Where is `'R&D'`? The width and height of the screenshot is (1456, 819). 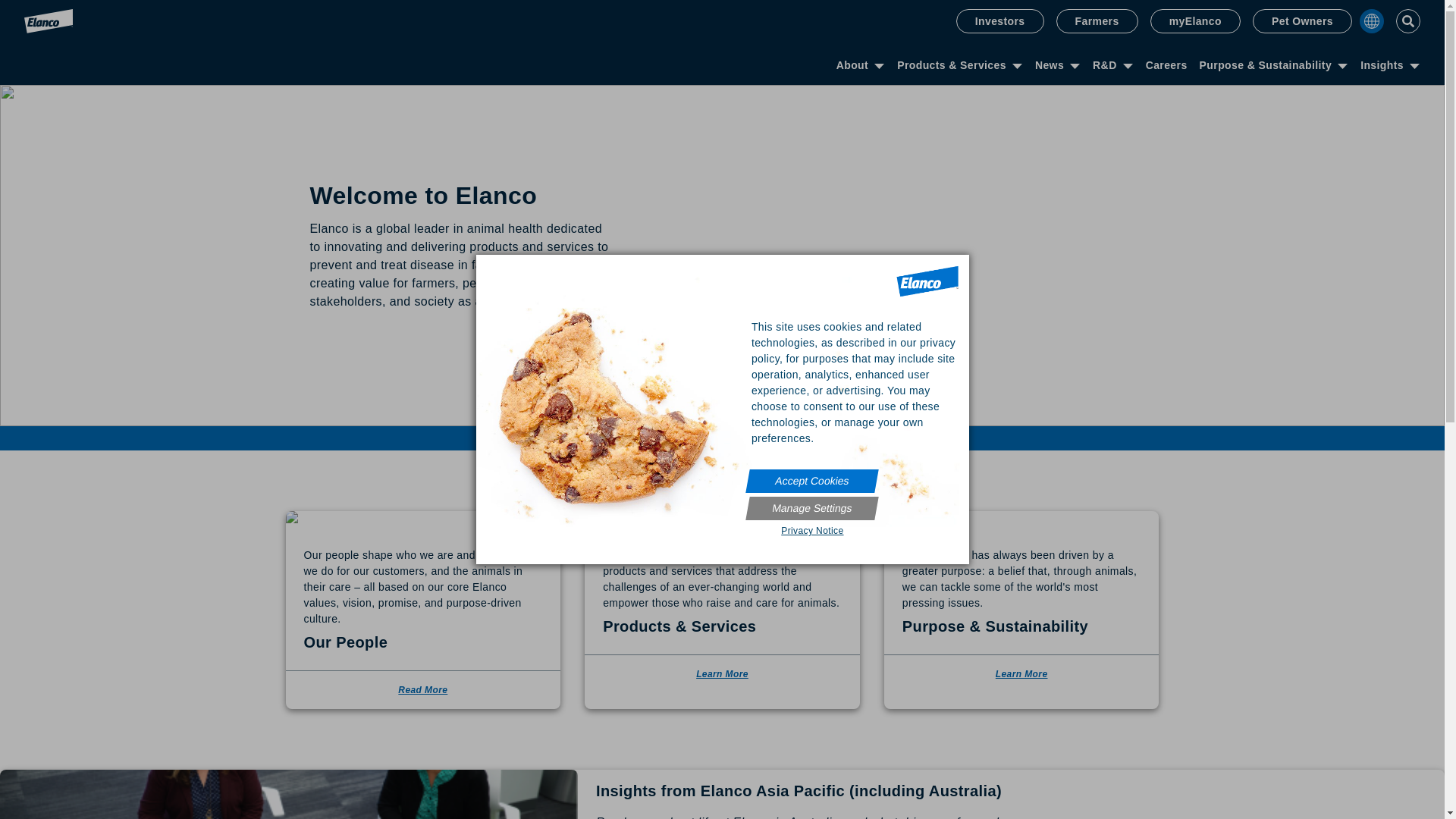
'R&D' is located at coordinates (1105, 66).